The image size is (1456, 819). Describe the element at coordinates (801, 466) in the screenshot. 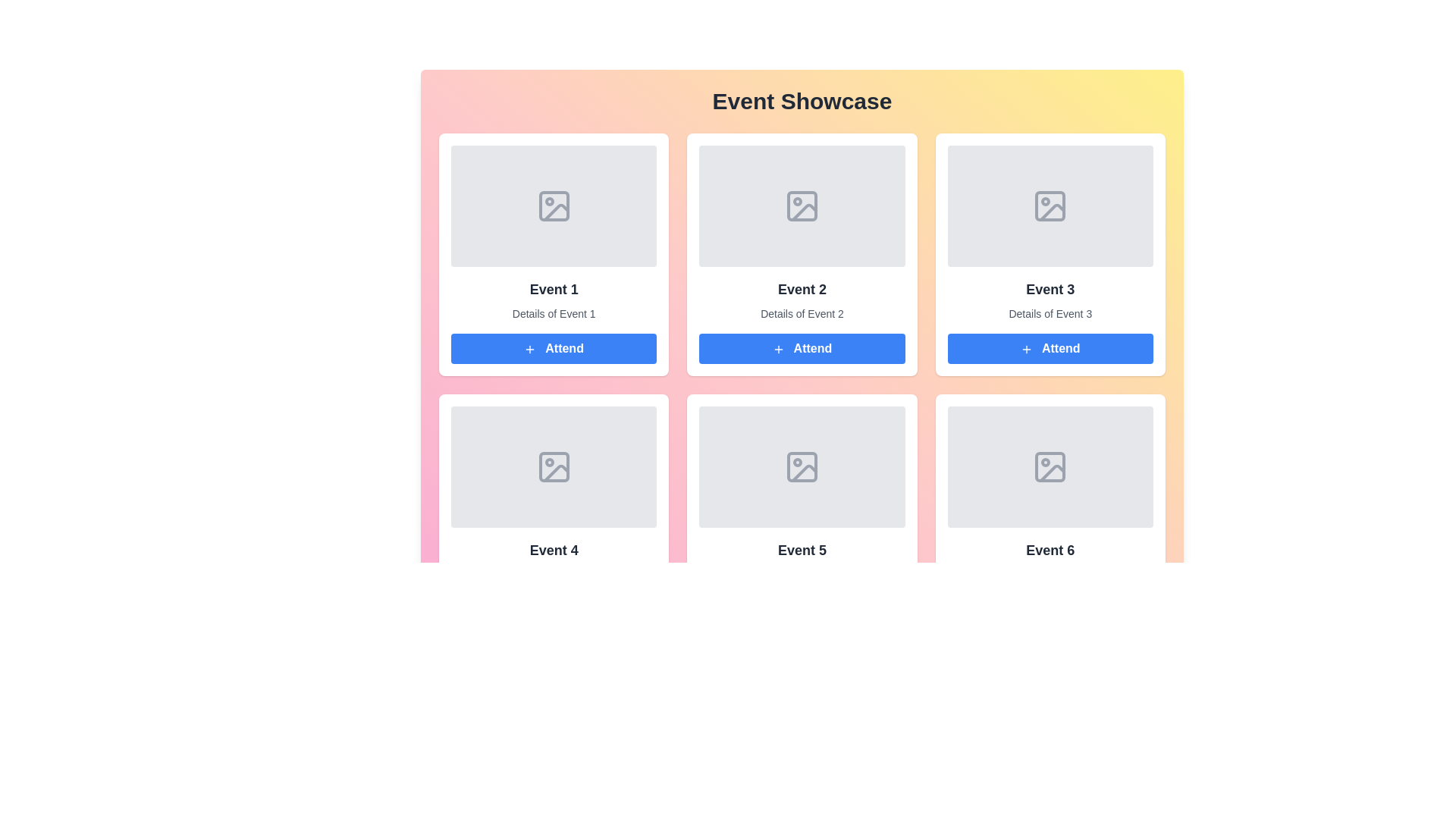

I see `the SVG icon resembling an image placeholder, which features a circle representing a sun and a slanted line representing a mountain, located in the center of a gray rectangular box in the second row, third column under Event 5` at that location.